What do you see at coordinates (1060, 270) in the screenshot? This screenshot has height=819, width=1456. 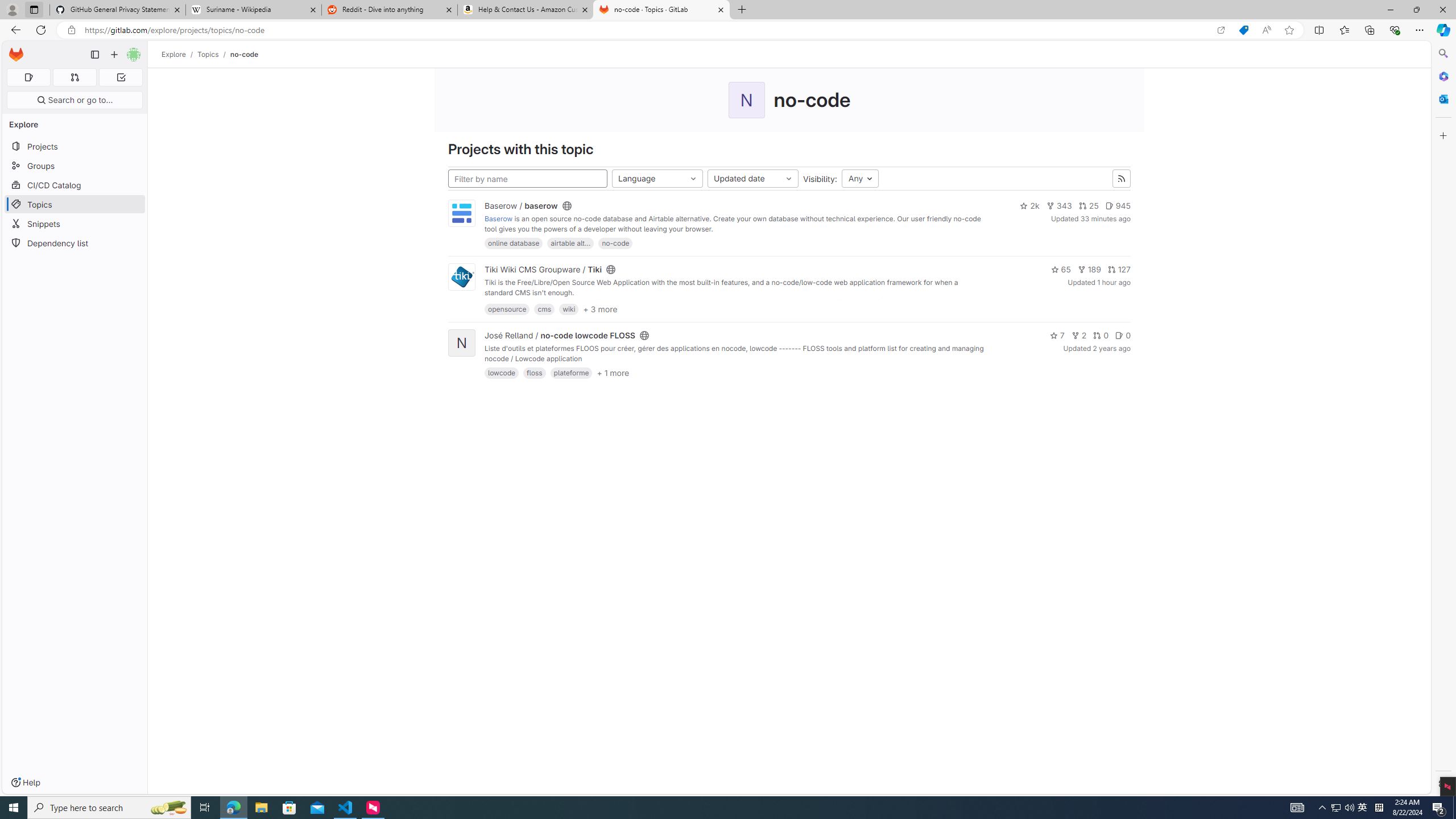 I see `'65'` at bounding box center [1060, 270].